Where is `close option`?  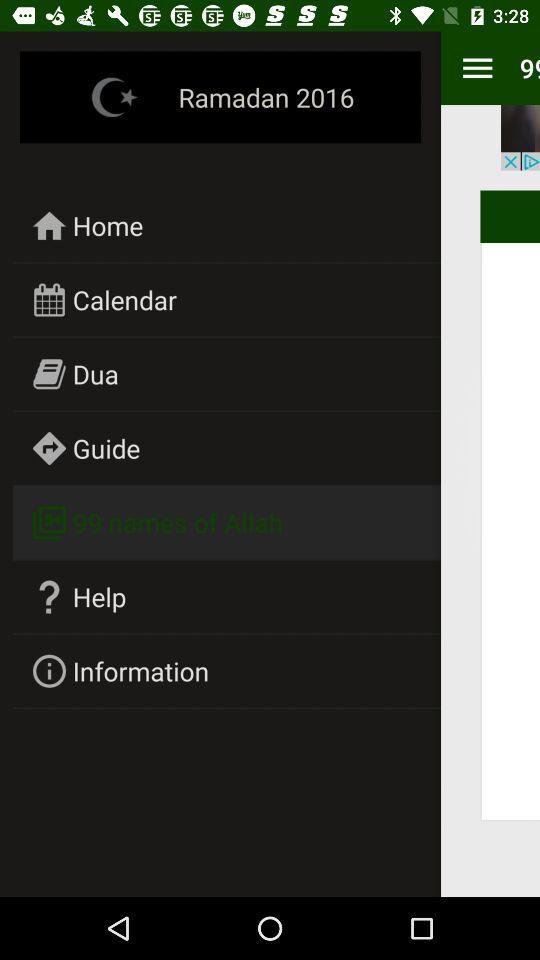 close option is located at coordinates (520, 136).